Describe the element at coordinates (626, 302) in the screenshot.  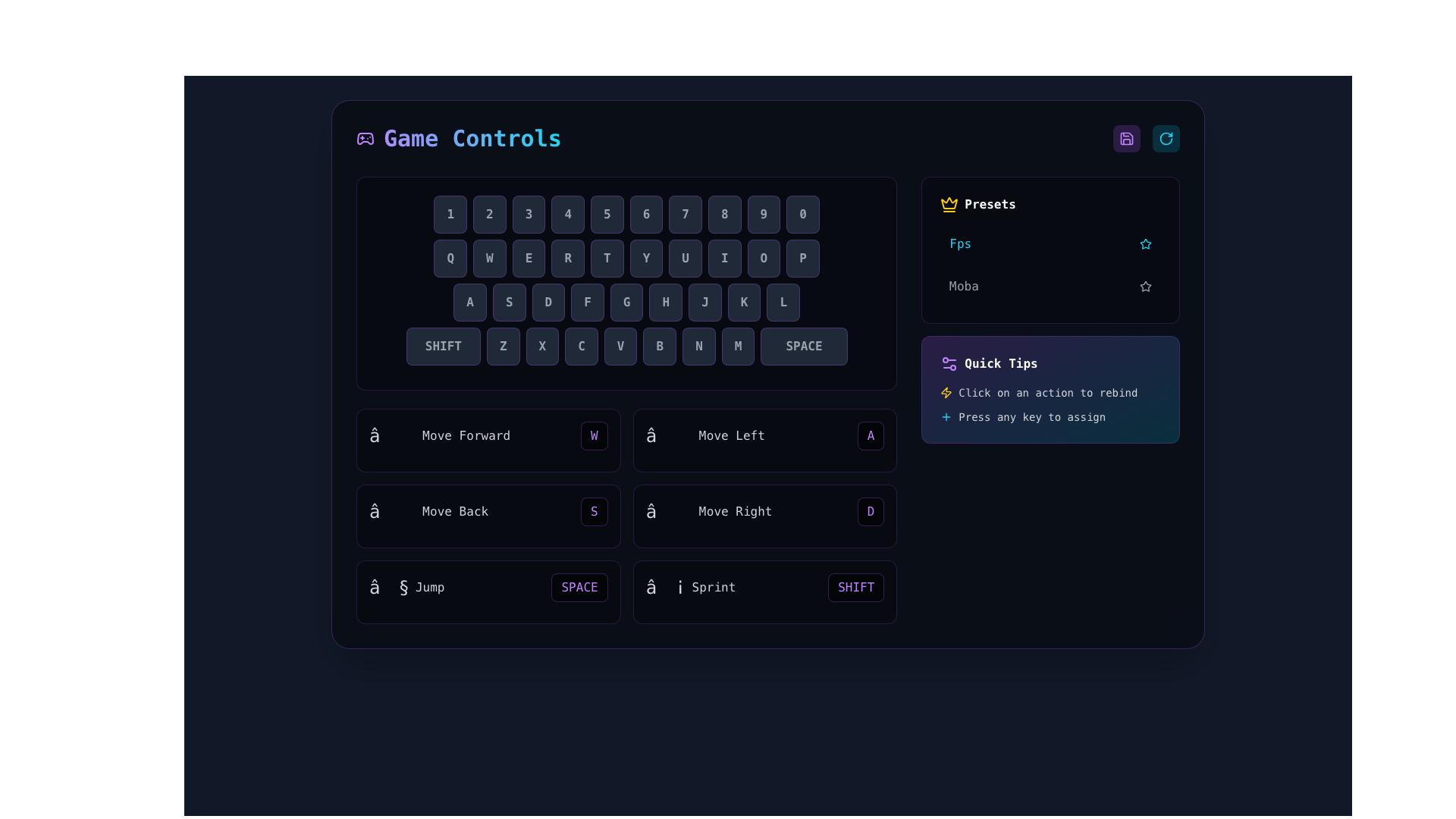
I see `the button representing the letter 'G', which is the fifth button in a horizontal row labeled 'ASDFGHJKL', located between 'F' and 'H'` at that location.